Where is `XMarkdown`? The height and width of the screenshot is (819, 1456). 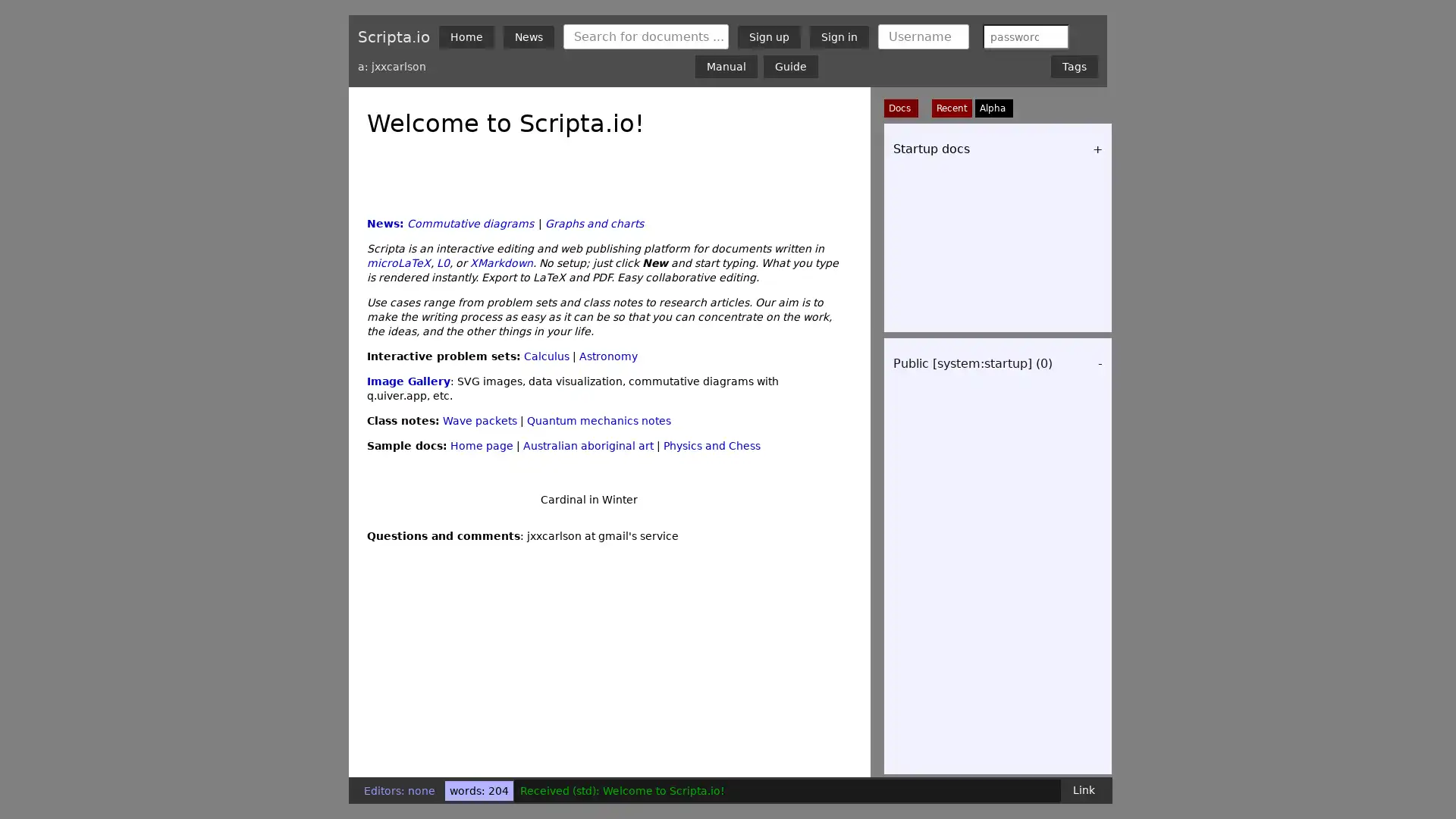
XMarkdown is located at coordinates (501, 379).